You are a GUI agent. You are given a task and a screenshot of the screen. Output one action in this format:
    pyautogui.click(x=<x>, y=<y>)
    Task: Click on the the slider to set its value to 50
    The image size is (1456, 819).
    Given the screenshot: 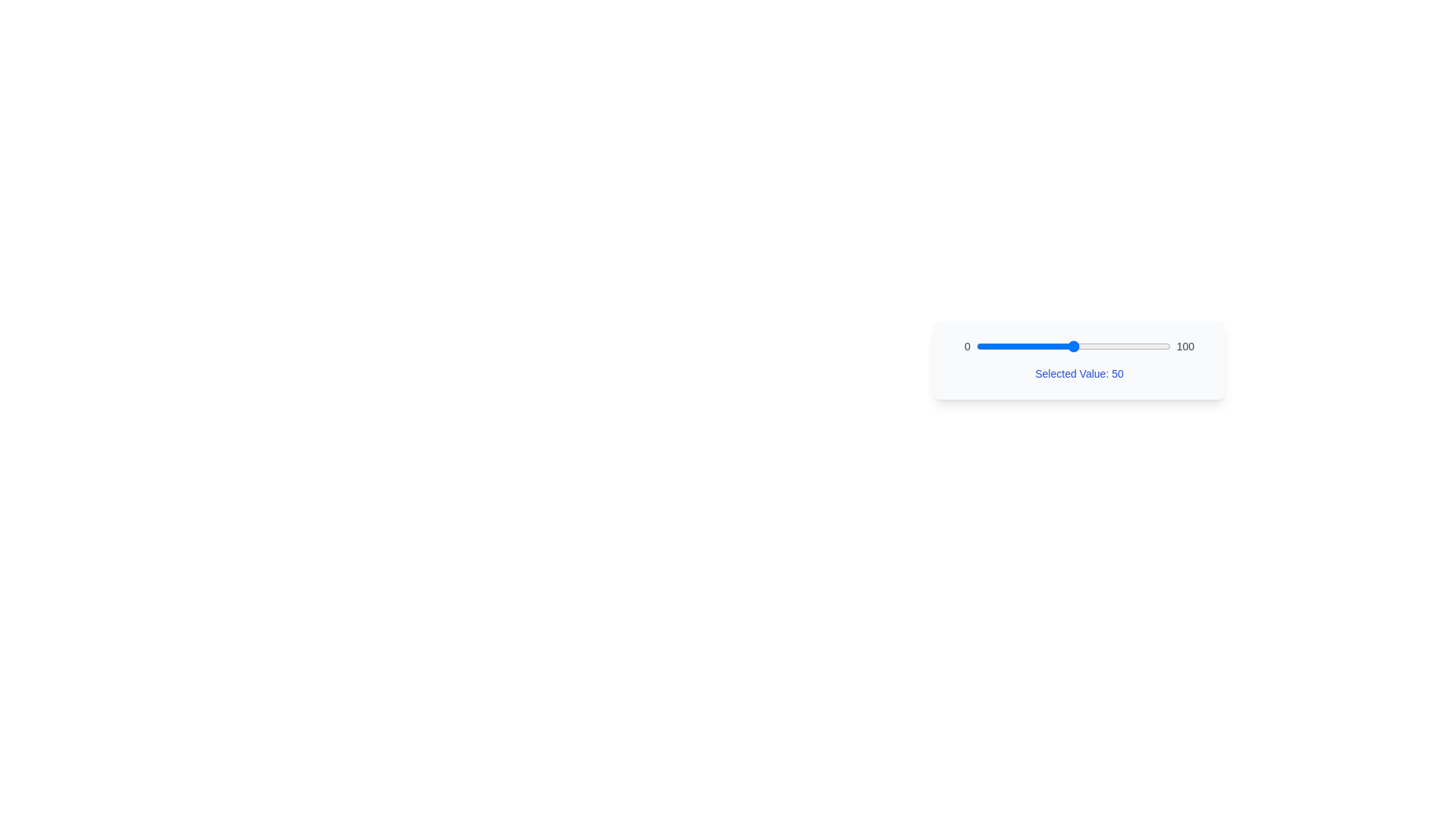 What is the action you would take?
    pyautogui.click(x=1072, y=346)
    